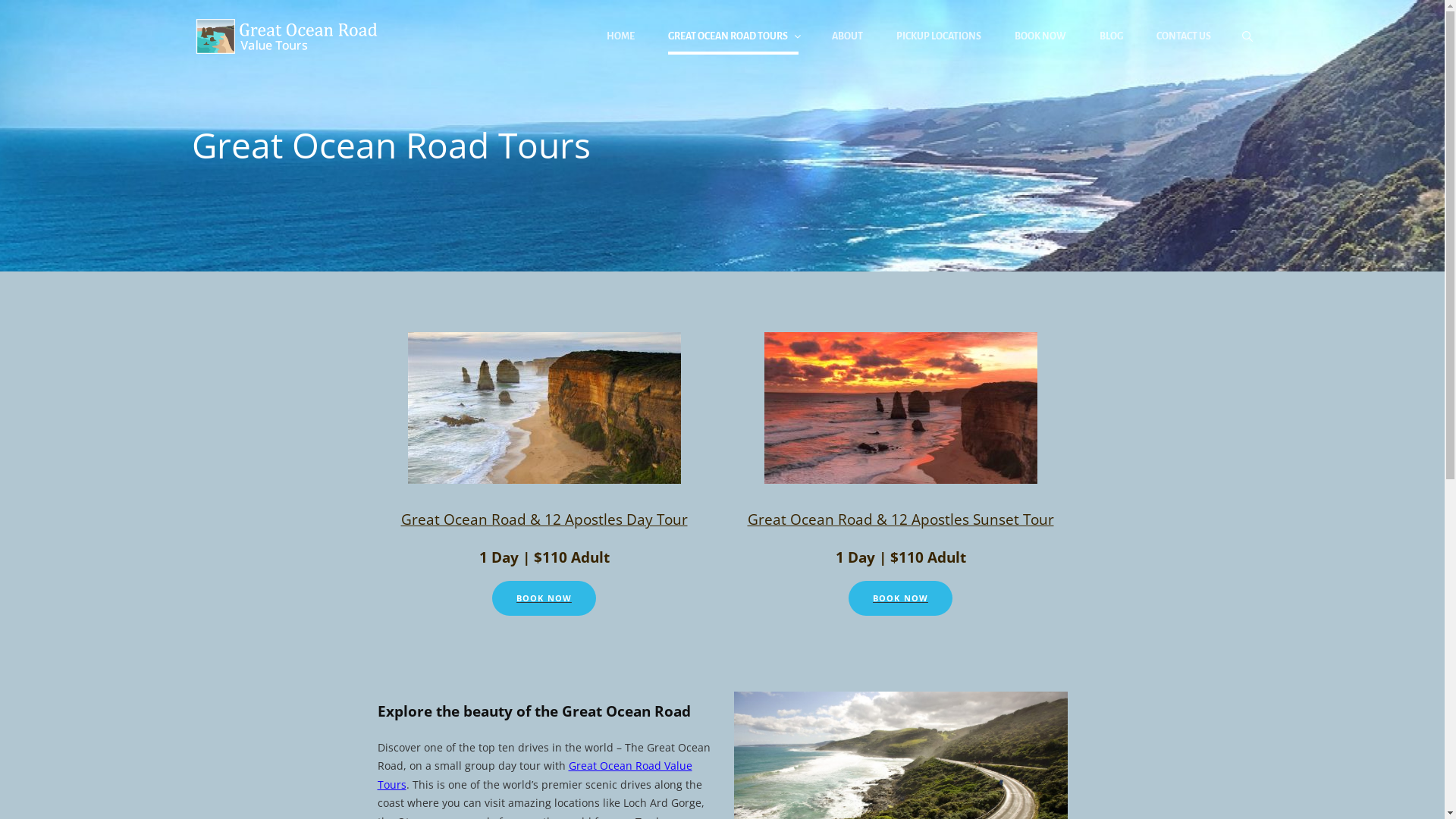 The image size is (1456, 819). I want to click on 'CONTACT US', so click(1182, 35).